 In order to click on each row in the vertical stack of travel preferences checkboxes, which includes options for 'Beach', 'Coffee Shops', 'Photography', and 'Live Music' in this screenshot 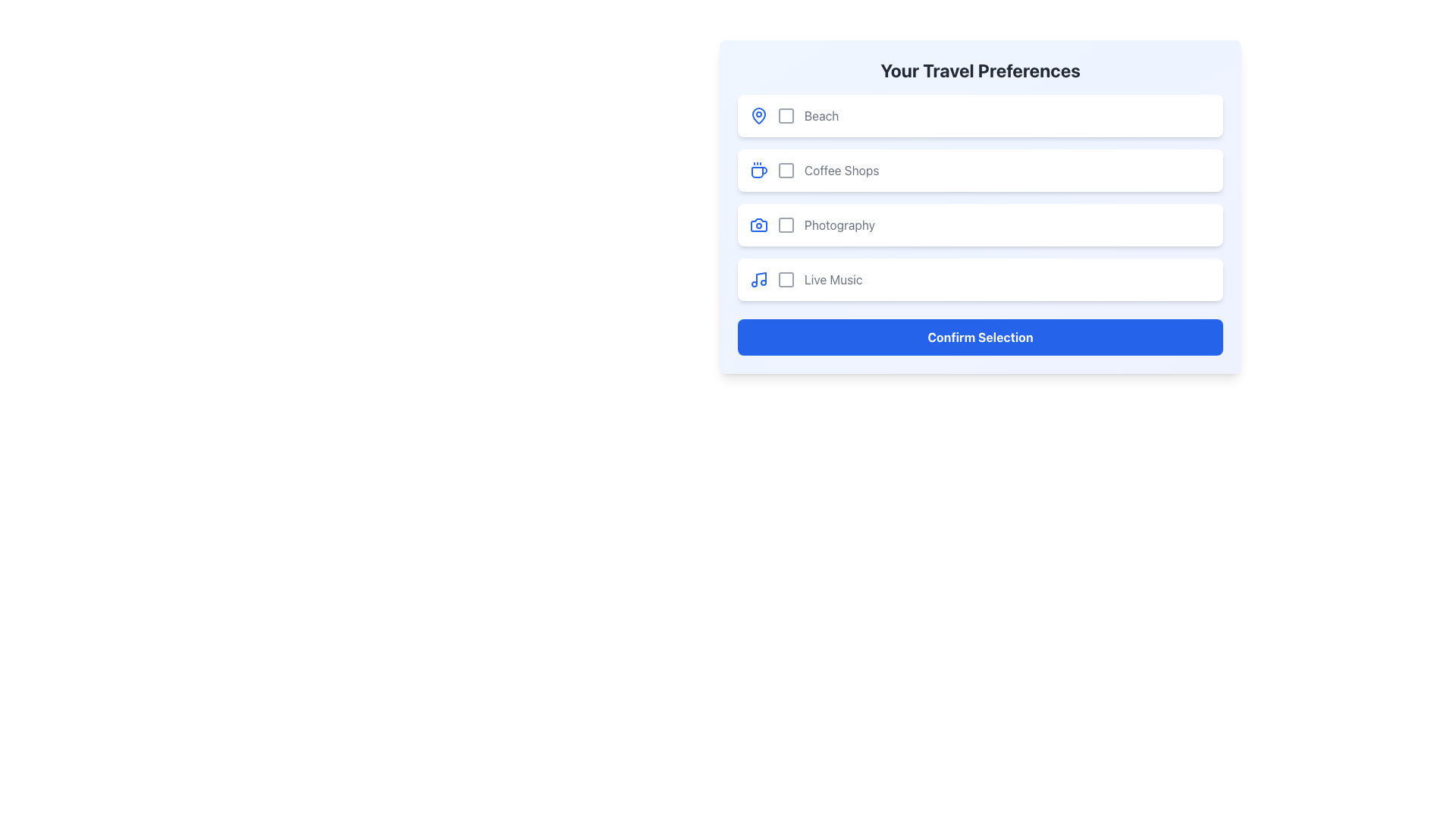, I will do `click(980, 197)`.